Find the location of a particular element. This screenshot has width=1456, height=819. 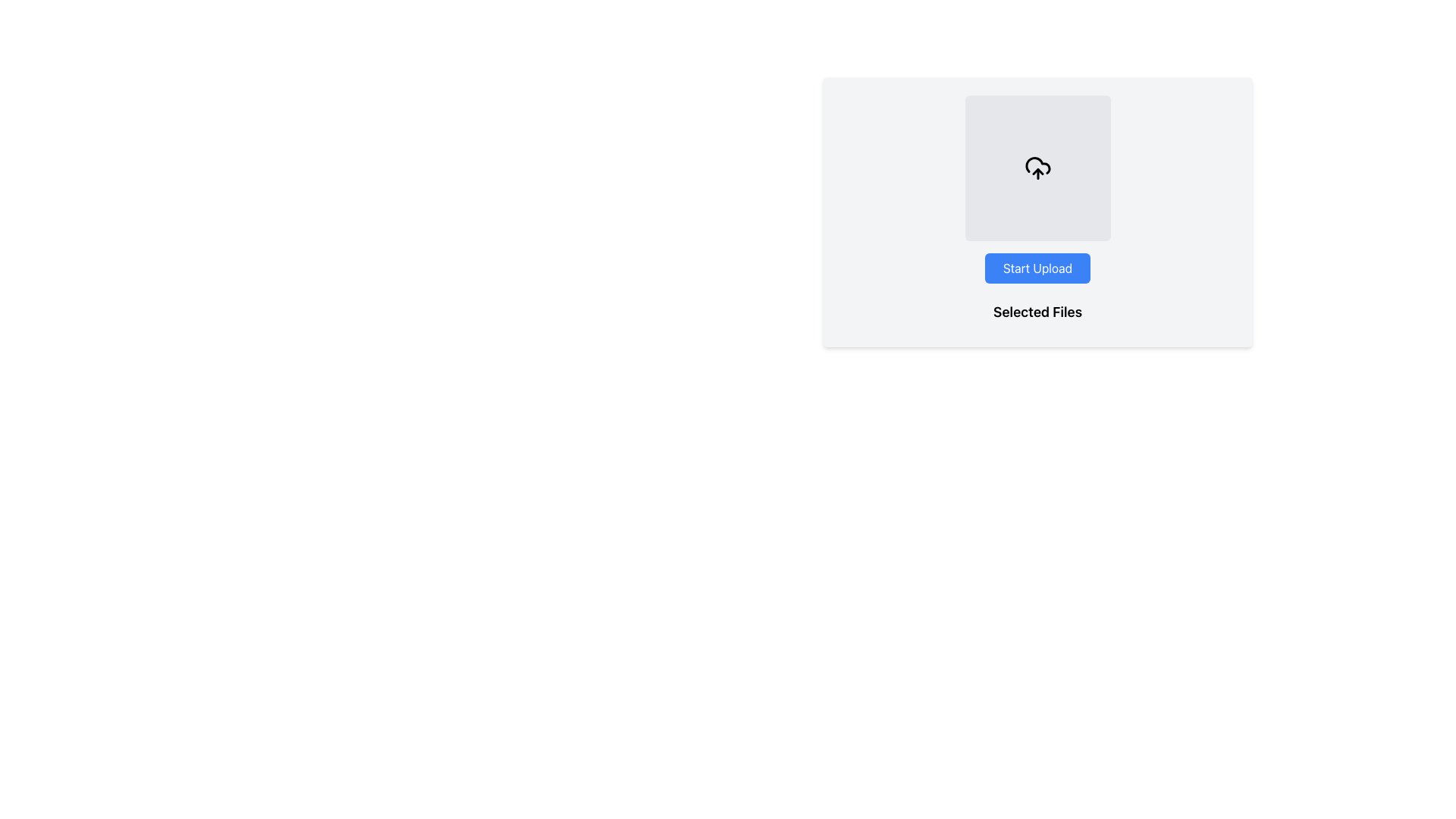

files onto the file-selection input area located centrally above the blue 'Start Upload' button is located at coordinates (1037, 168).